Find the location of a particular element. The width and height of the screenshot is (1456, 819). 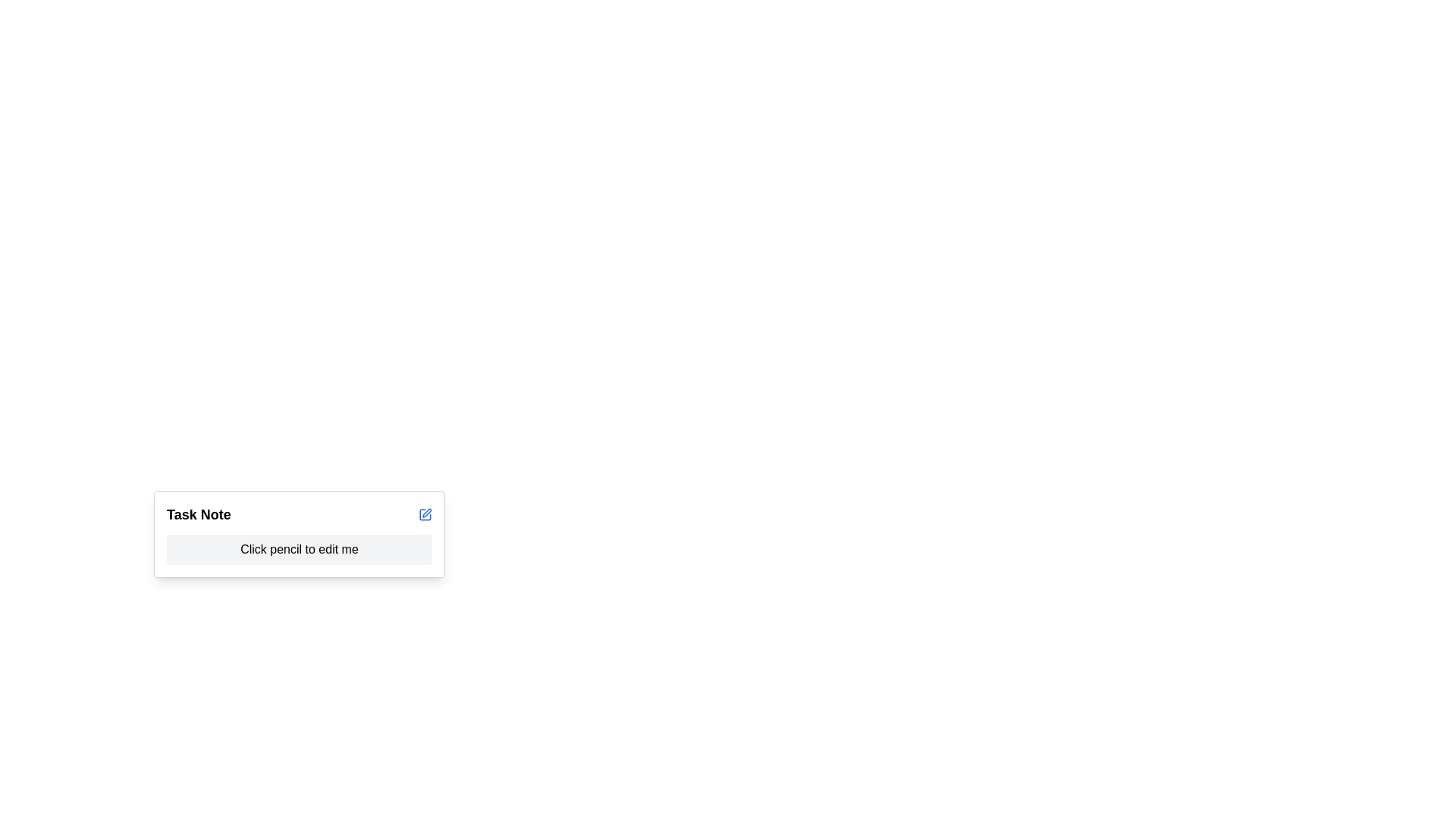

the square icon representation within the SVG component located near the top-right of the 'Task Note' card is located at coordinates (425, 513).